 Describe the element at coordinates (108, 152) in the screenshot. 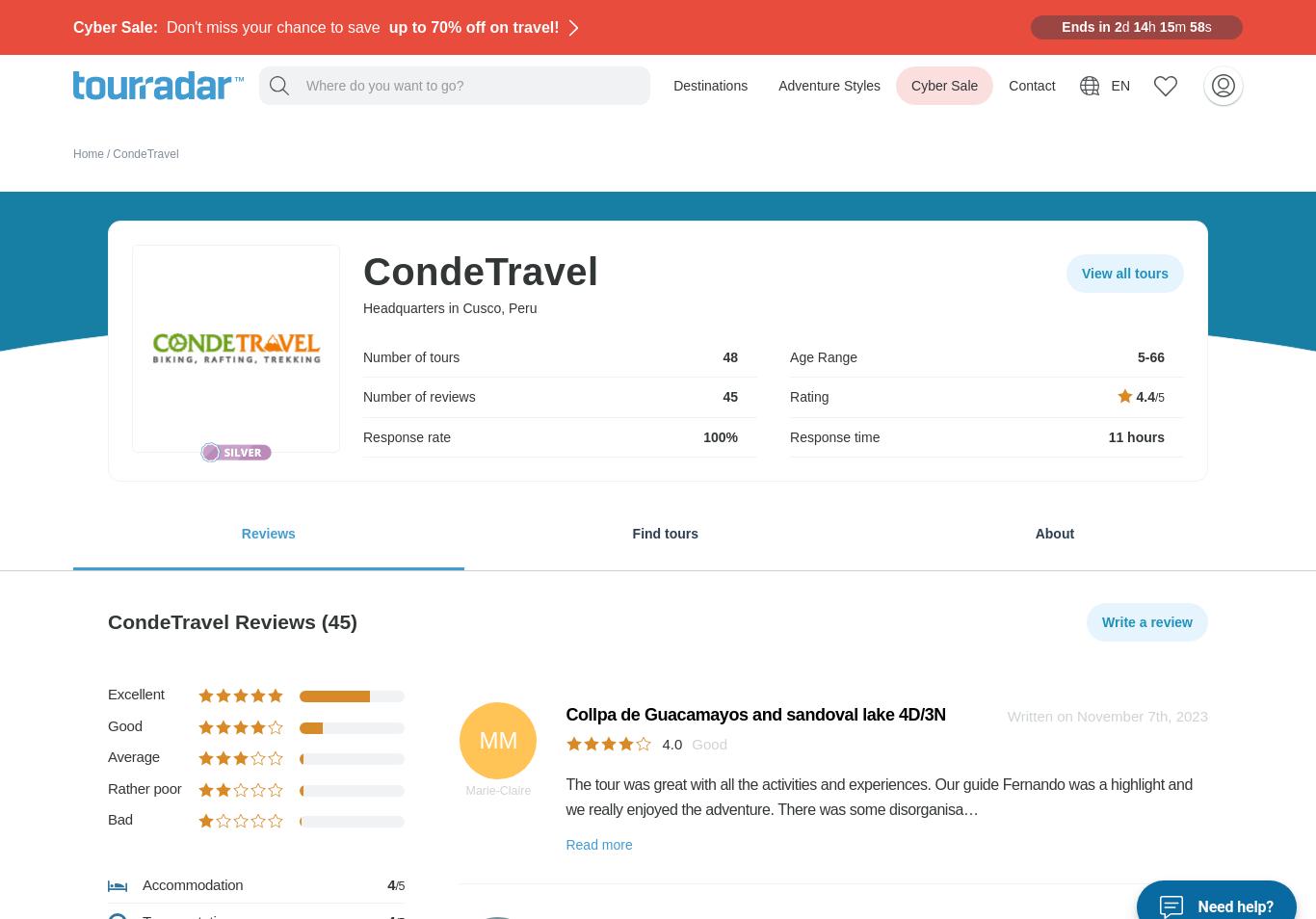

I see `'/'` at that location.